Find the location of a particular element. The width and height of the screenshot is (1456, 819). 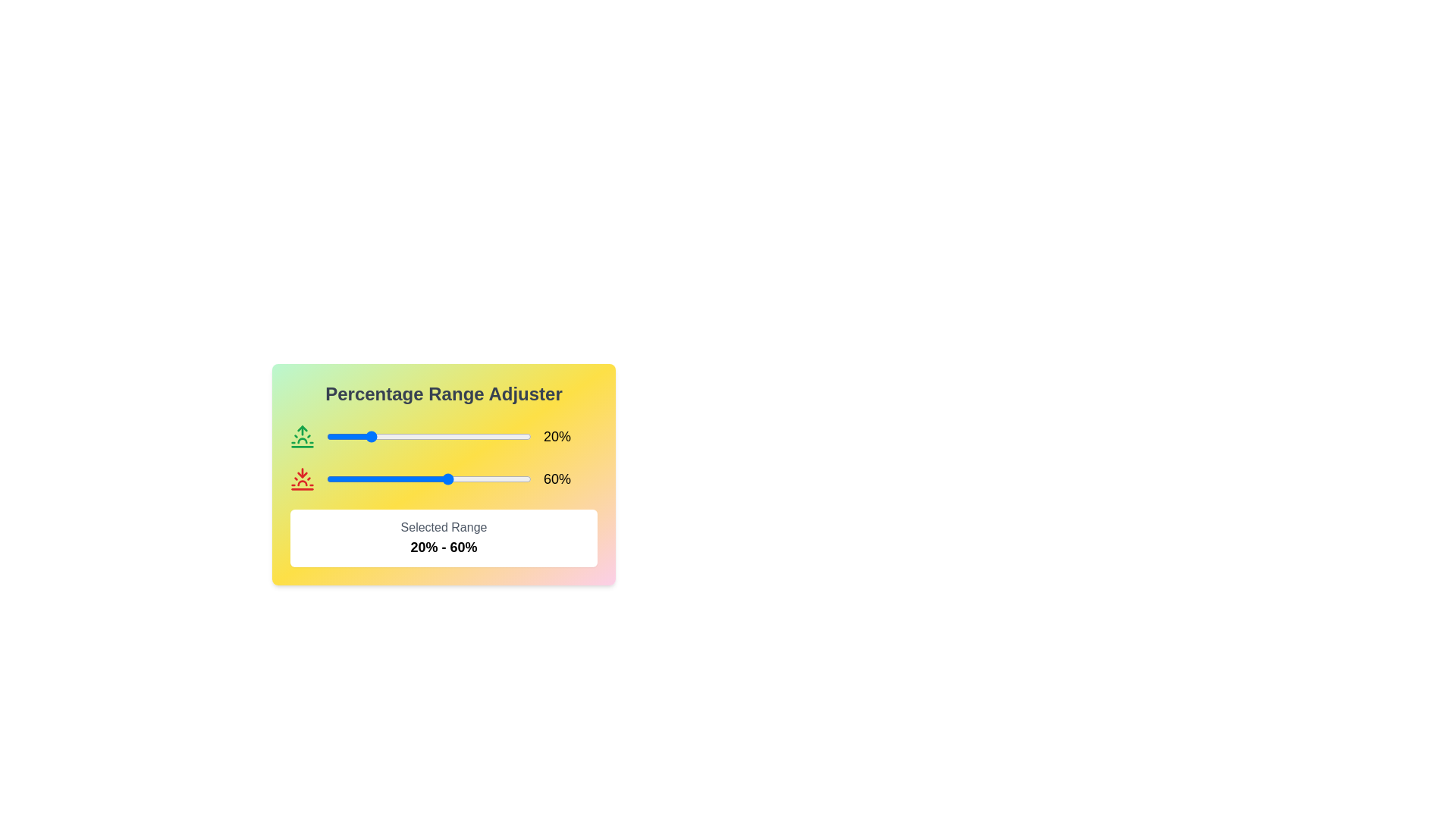

the slider is located at coordinates (510, 436).